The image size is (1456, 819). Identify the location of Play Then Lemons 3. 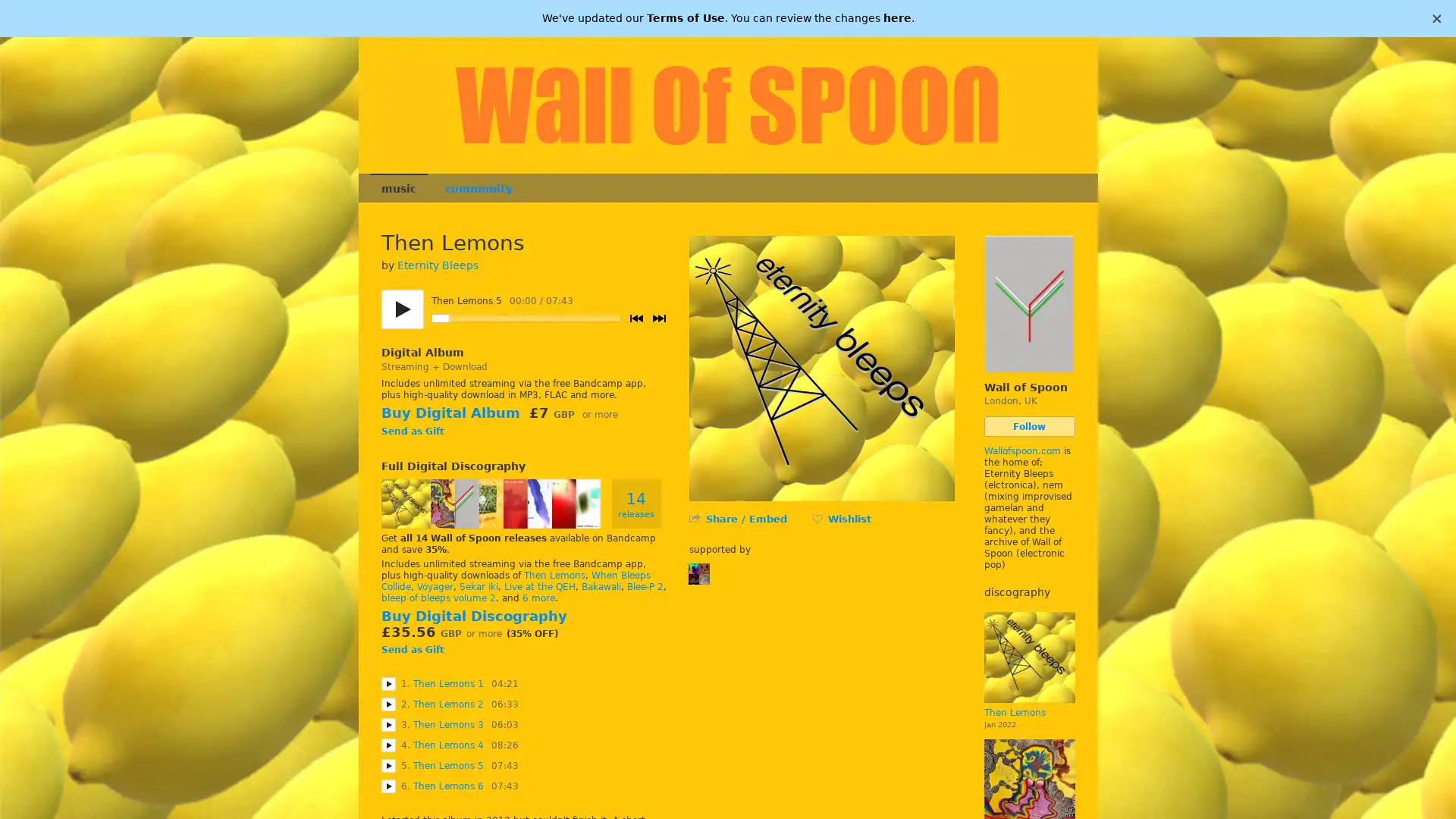
(388, 723).